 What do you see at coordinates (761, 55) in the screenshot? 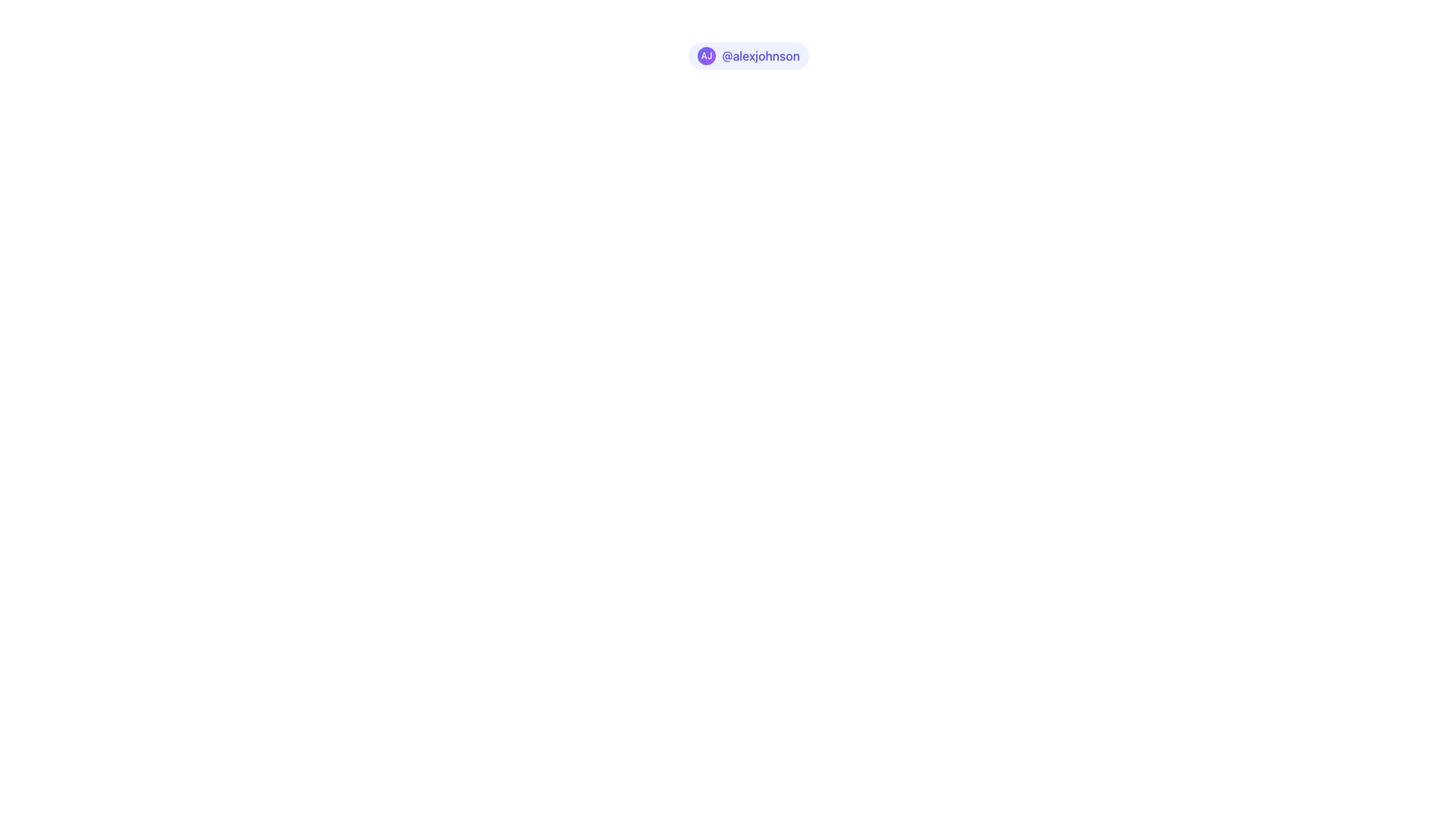
I see `the text label displaying the handle '@alexjohnson' styled in indigo, positioned to the far right of a circle with initials 'AJ'` at bounding box center [761, 55].